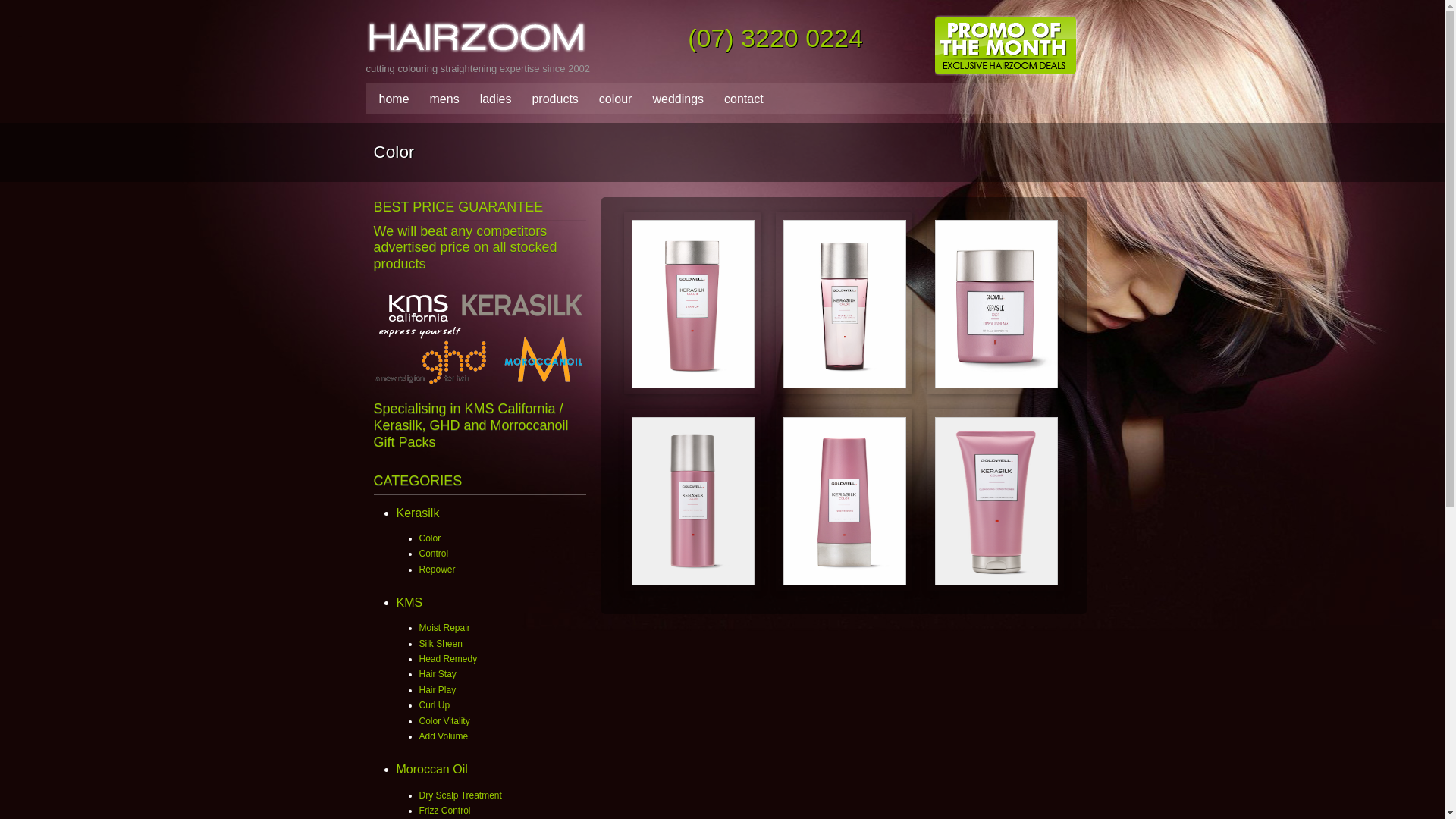 The height and width of the screenshot is (819, 1456). What do you see at coordinates (443, 809) in the screenshot?
I see `'Frizz Control'` at bounding box center [443, 809].